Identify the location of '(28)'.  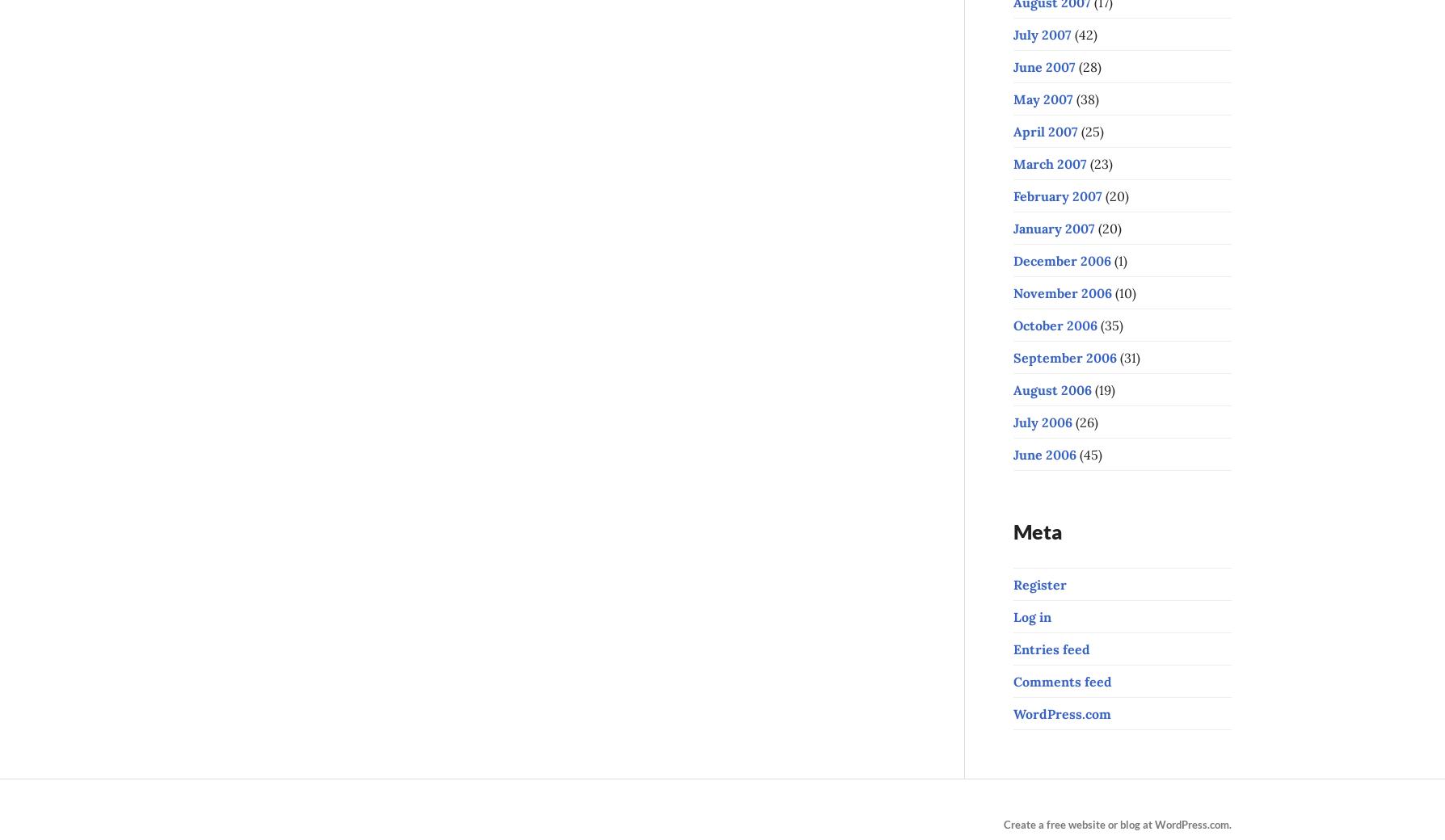
(1089, 65).